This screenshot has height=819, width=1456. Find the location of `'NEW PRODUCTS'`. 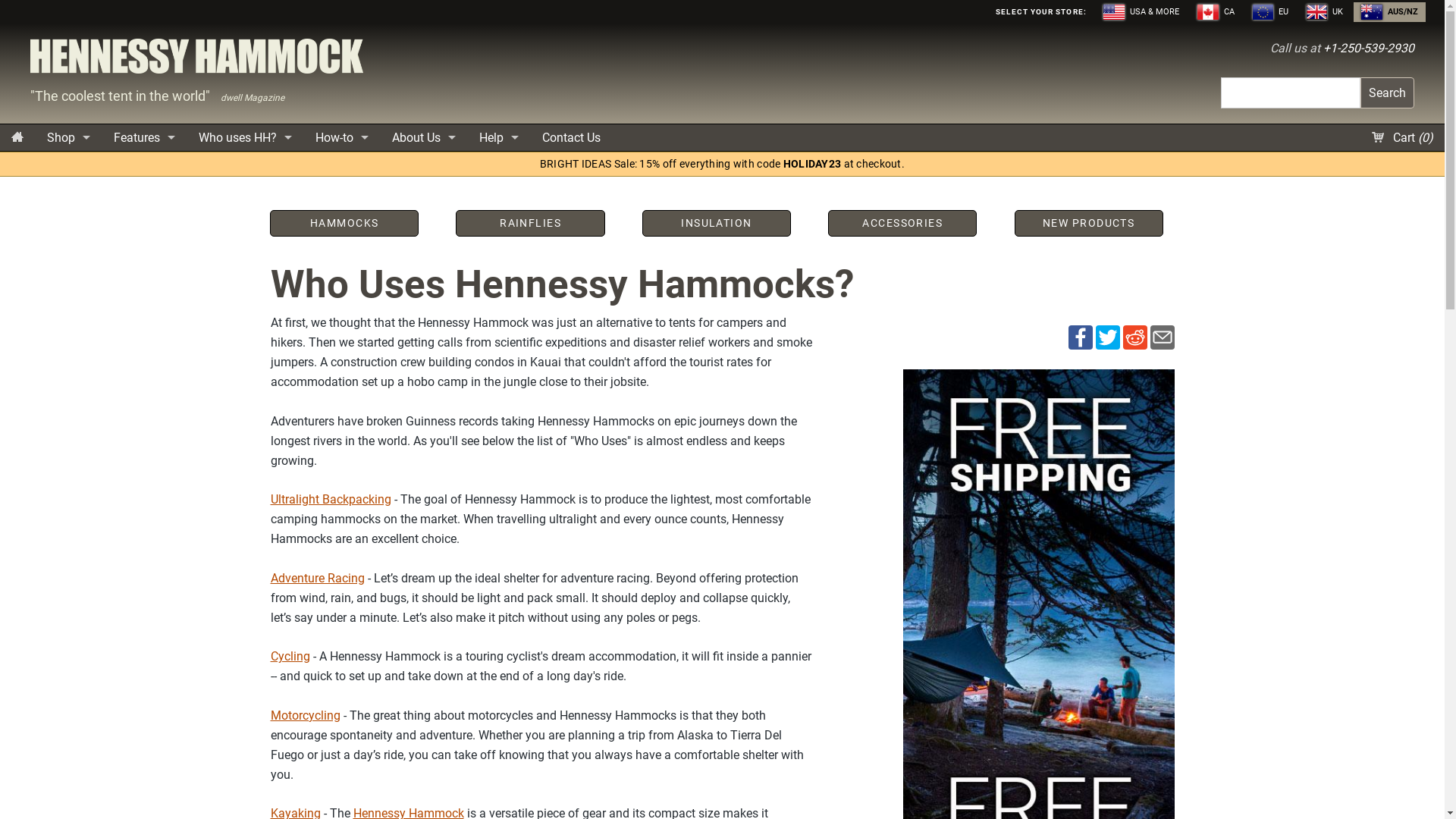

'NEW PRODUCTS' is located at coordinates (1018, 223).